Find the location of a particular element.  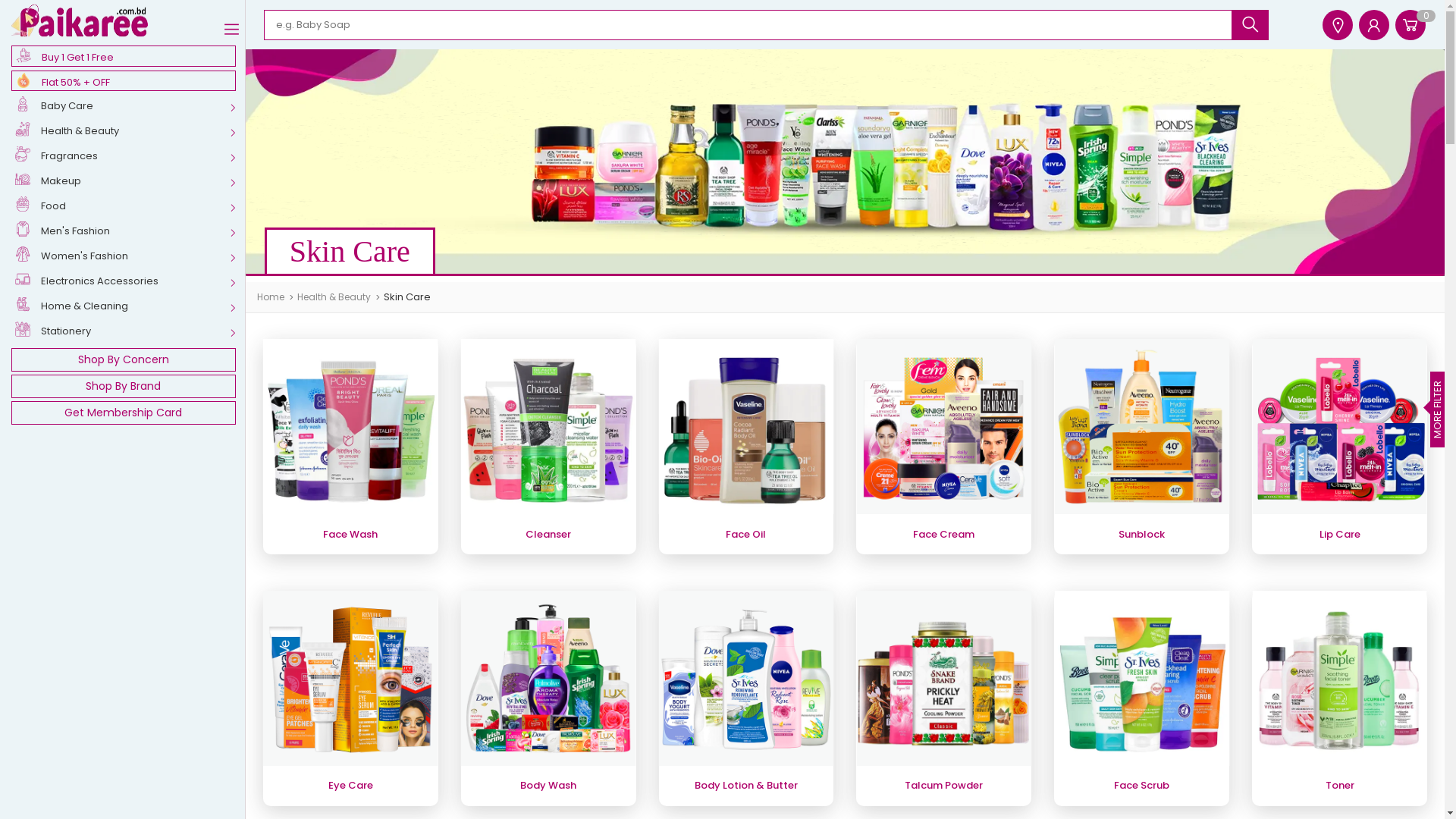

'Food' is located at coordinates (127, 207).